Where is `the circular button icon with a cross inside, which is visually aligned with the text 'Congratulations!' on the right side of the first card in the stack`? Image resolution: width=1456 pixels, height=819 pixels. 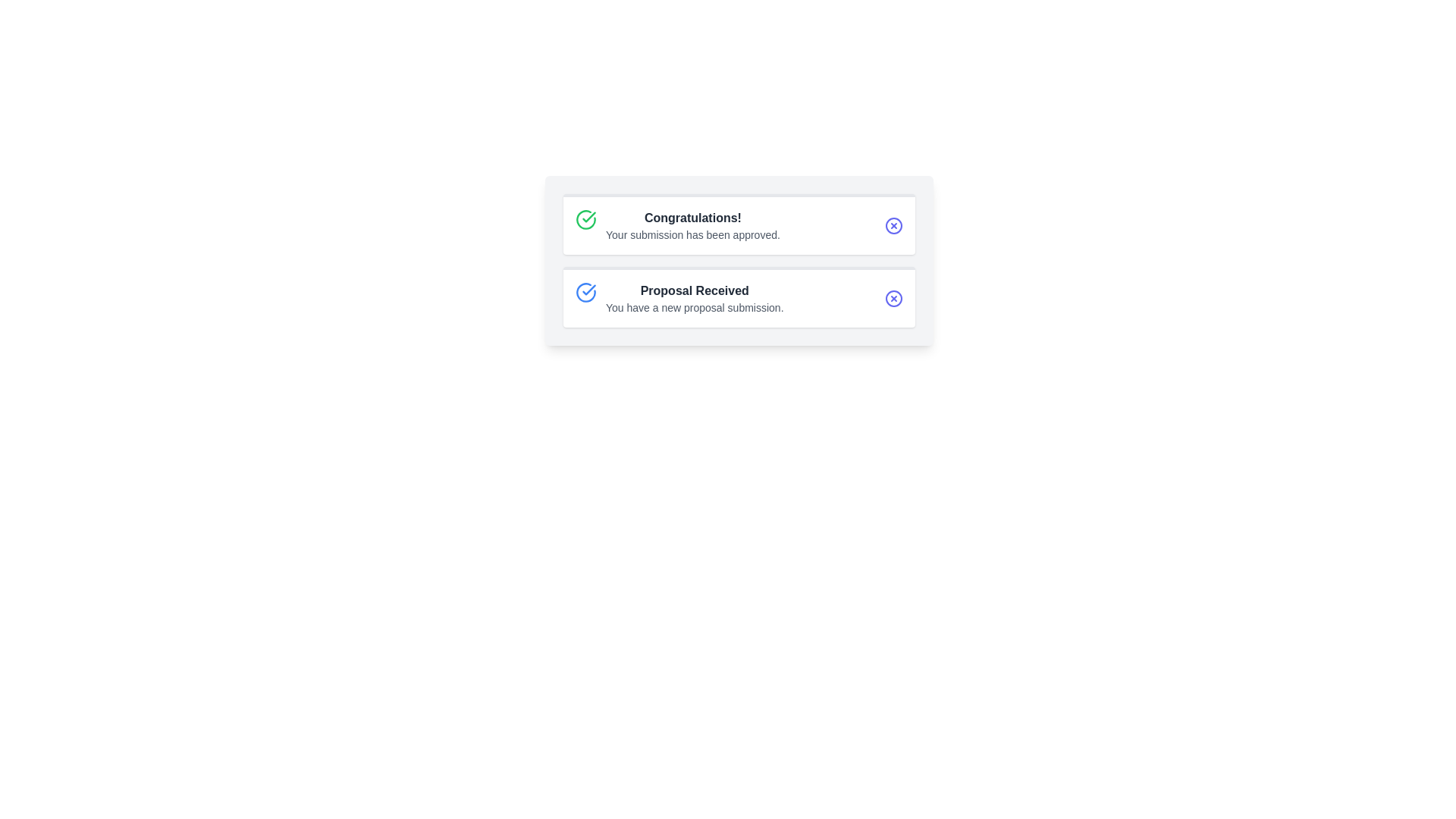 the circular button icon with a cross inside, which is visually aligned with the text 'Congratulations!' on the right side of the first card in the stack is located at coordinates (894, 225).